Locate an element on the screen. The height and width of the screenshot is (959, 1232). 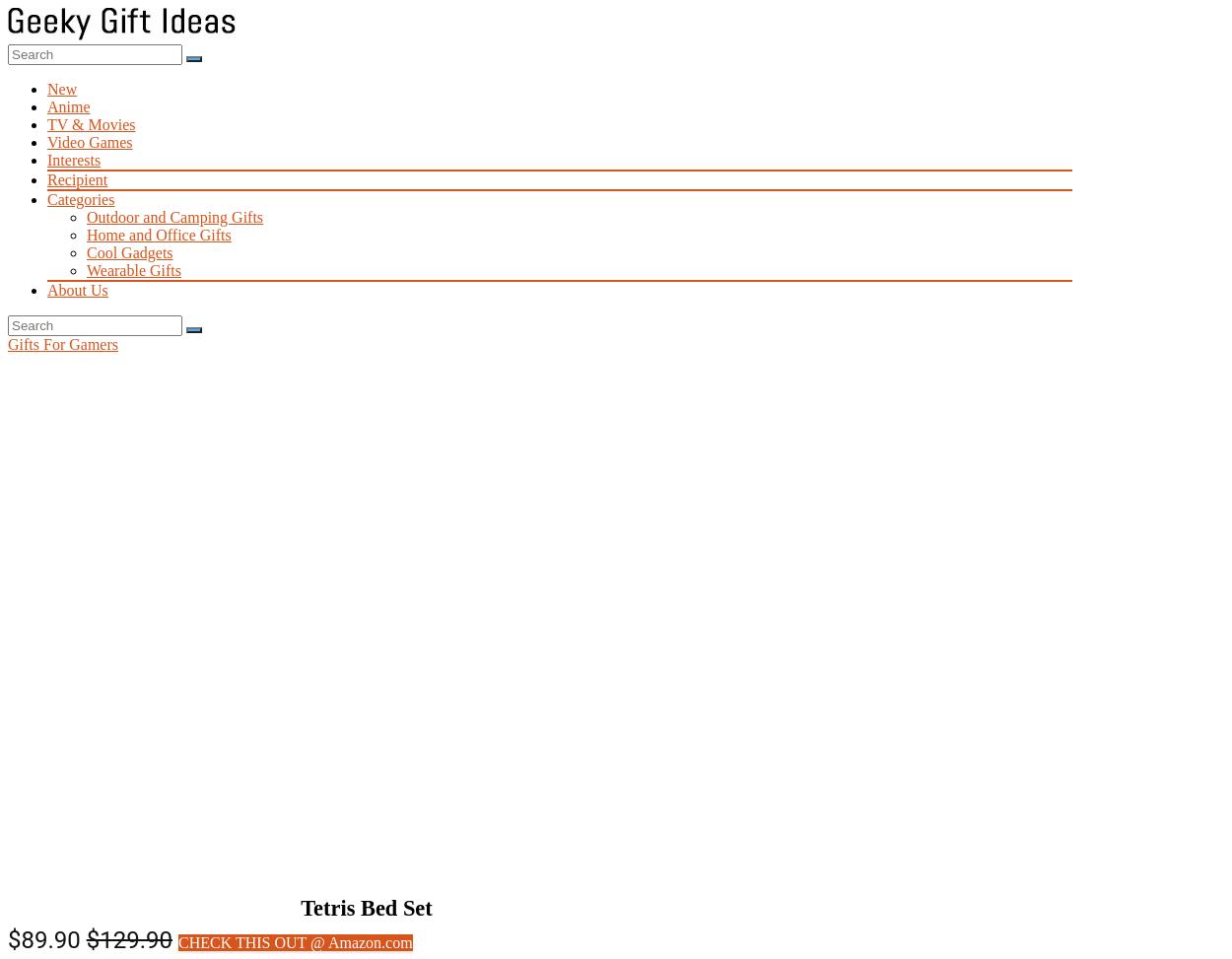
'CHECK THIS OUT' is located at coordinates (177, 941).